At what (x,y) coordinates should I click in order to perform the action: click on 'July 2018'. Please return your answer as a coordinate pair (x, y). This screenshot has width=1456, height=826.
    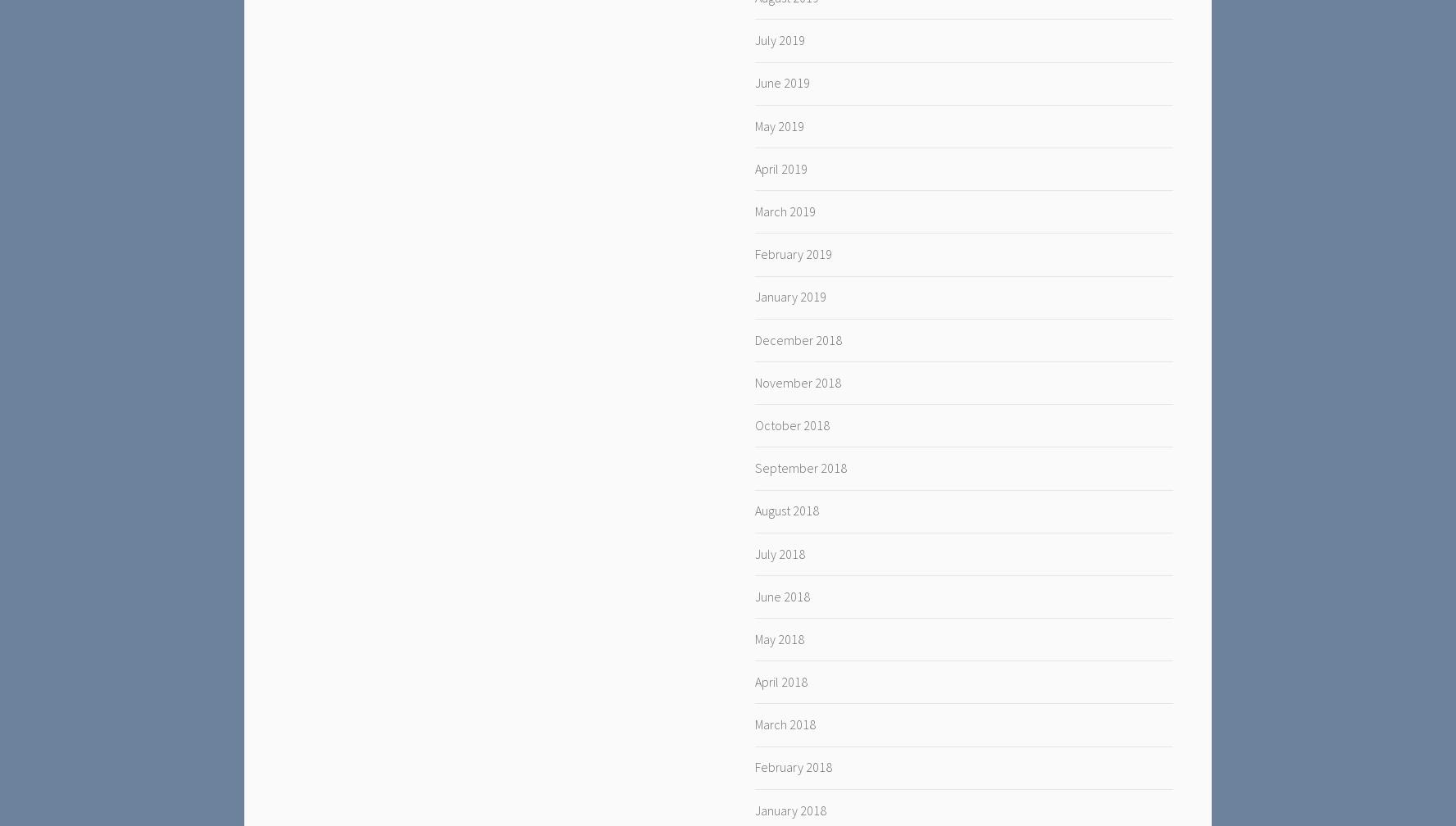
    Looking at the image, I should click on (778, 552).